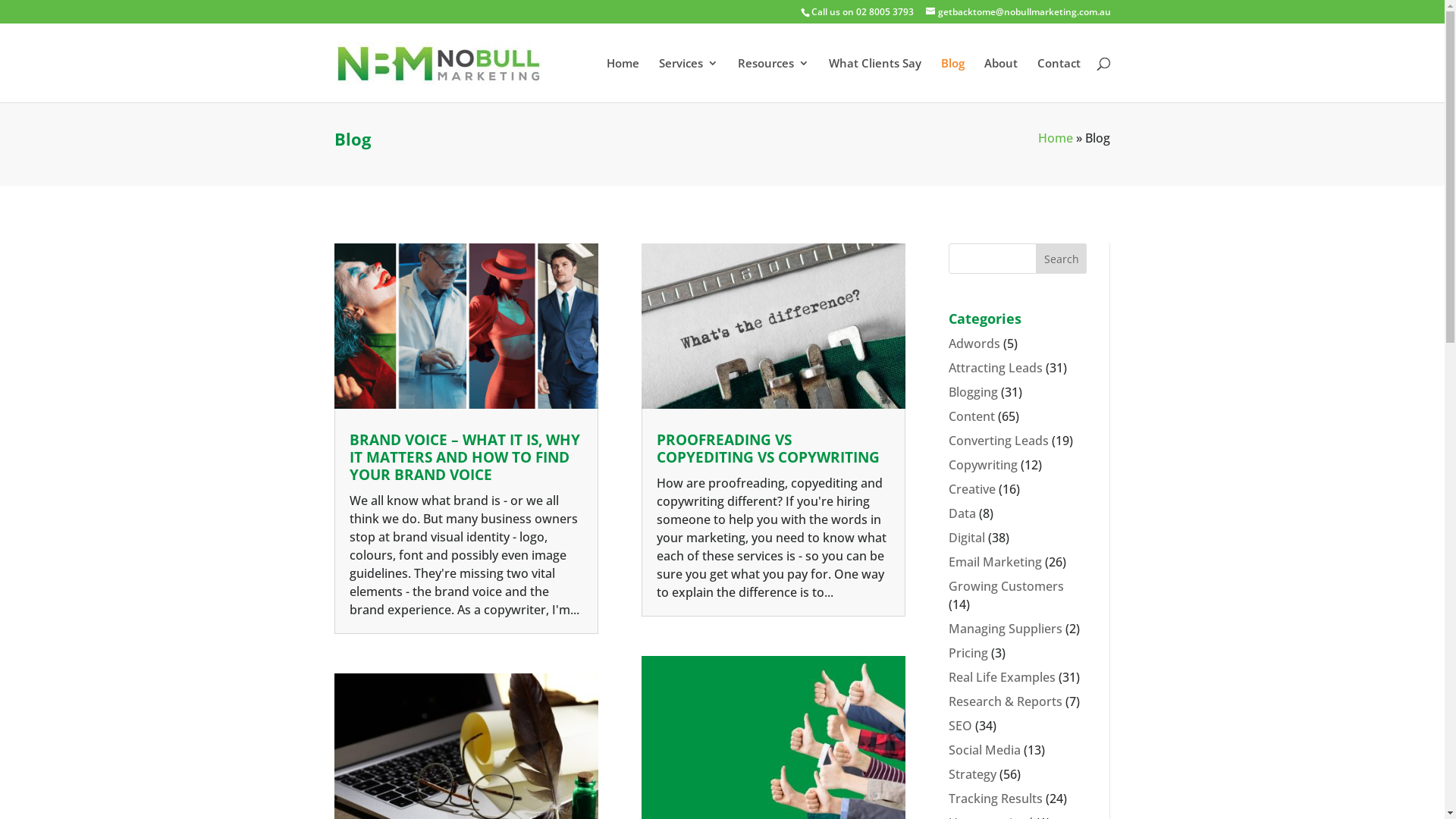 Image resolution: width=1456 pixels, height=819 pixels. Describe the element at coordinates (966, 537) in the screenshot. I see `'Digital'` at that location.